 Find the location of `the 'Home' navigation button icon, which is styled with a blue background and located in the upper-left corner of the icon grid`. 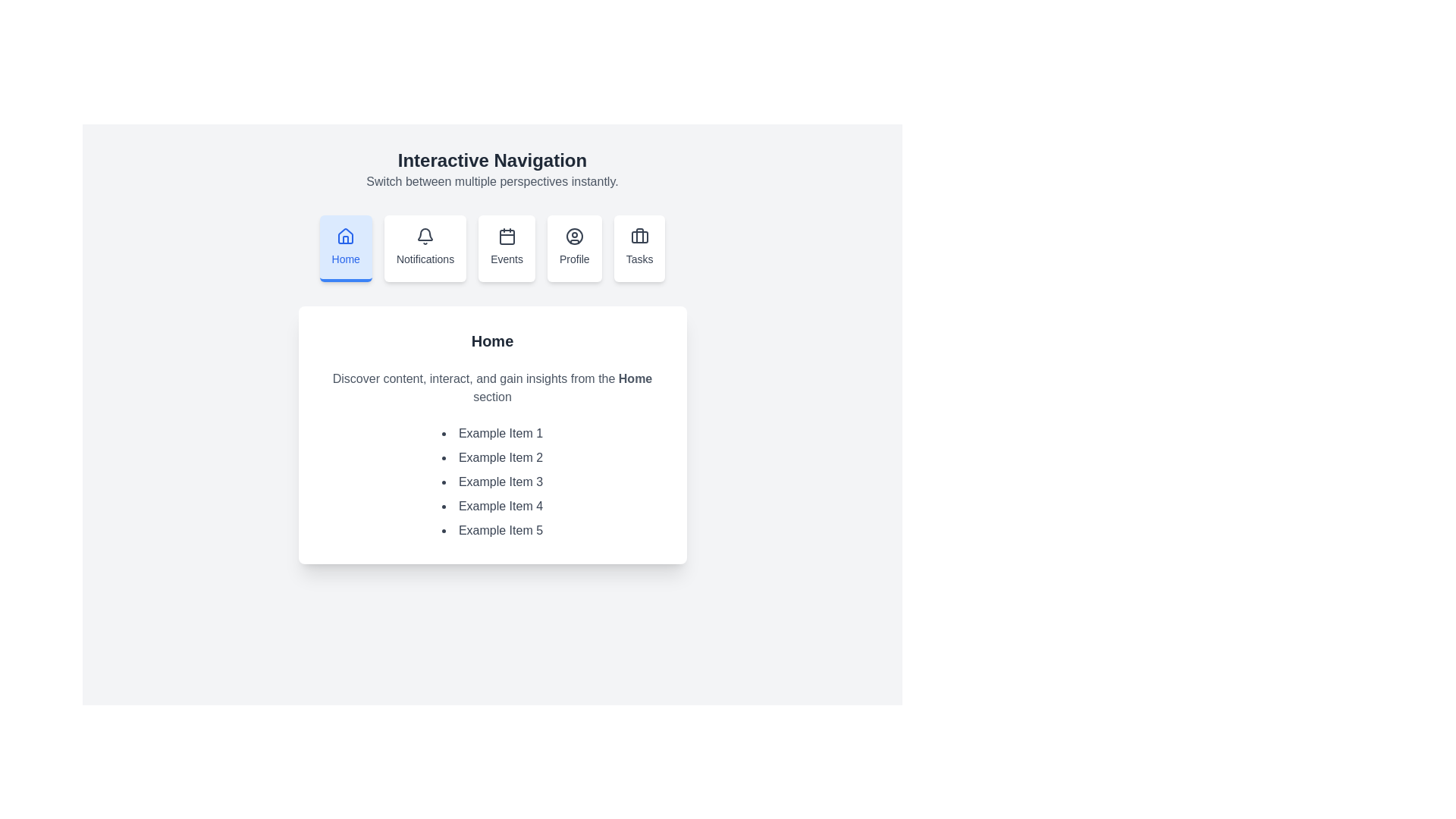

the 'Home' navigation button icon, which is styled with a blue background and located in the upper-left corner of the icon grid is located at coordinates (345, 237).